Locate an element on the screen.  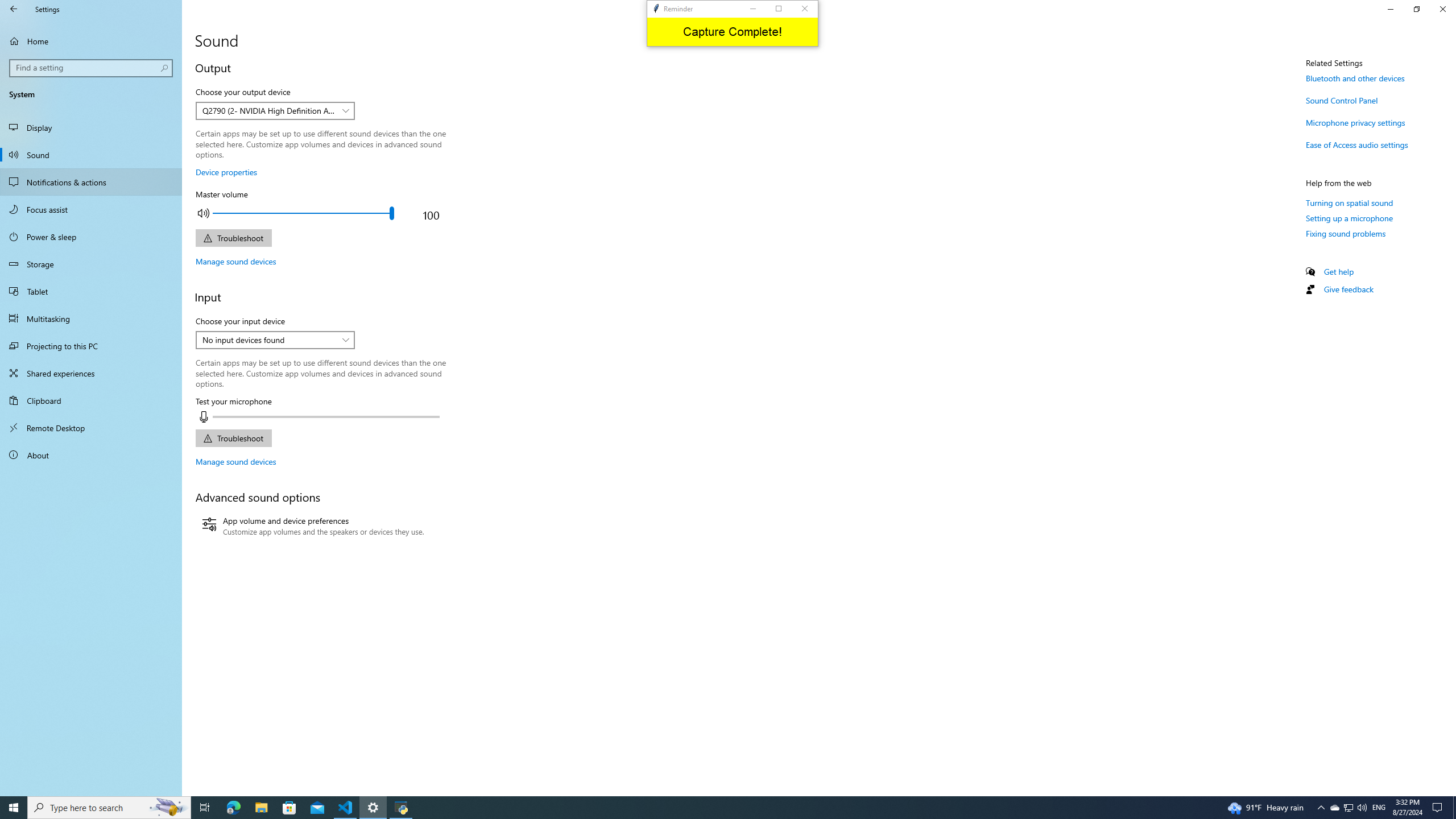
'Give feedback' is located at coordinates (1347, 289).